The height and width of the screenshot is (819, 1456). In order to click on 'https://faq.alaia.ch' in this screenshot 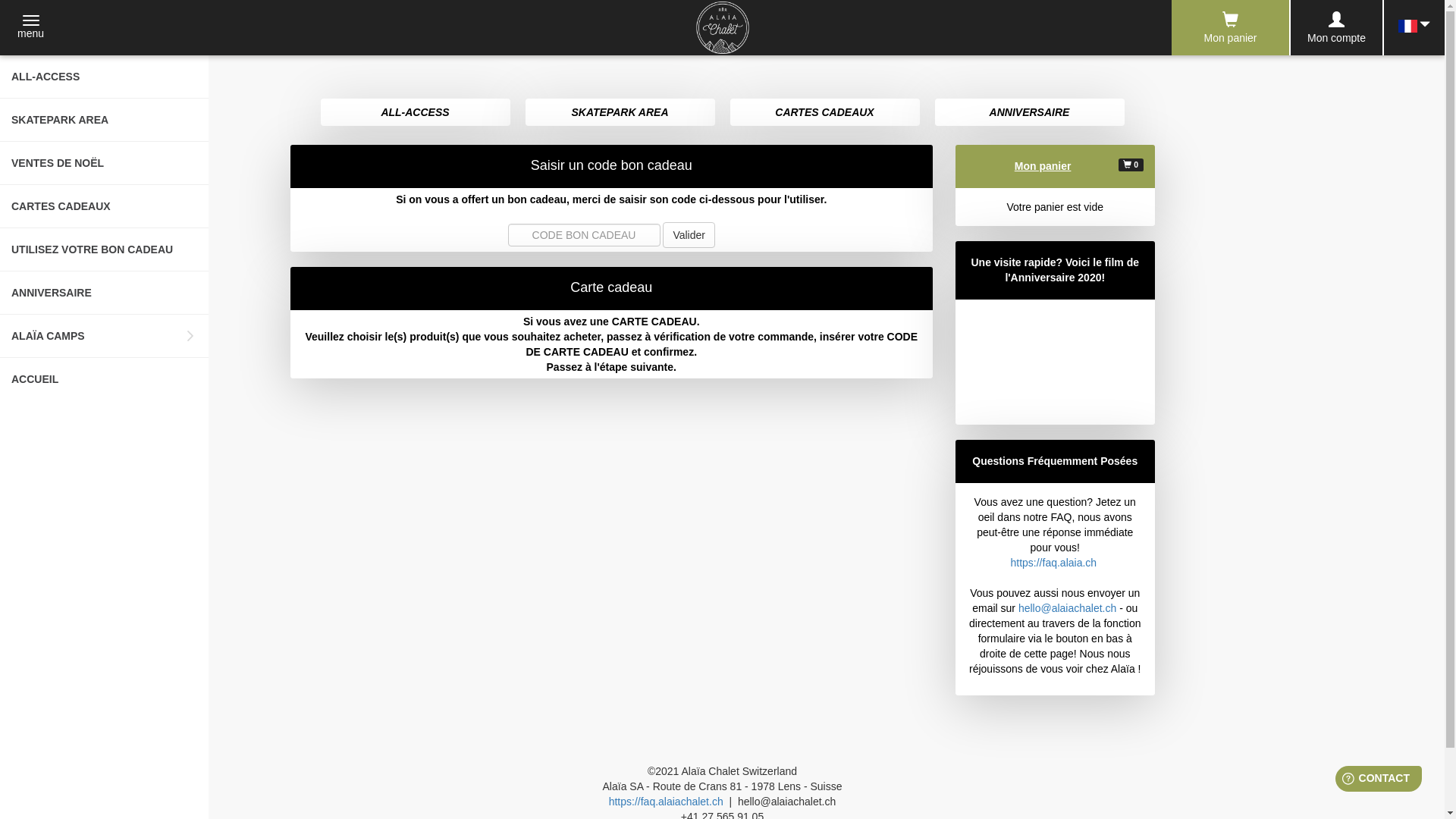, I will do `click(1009, 562)`.